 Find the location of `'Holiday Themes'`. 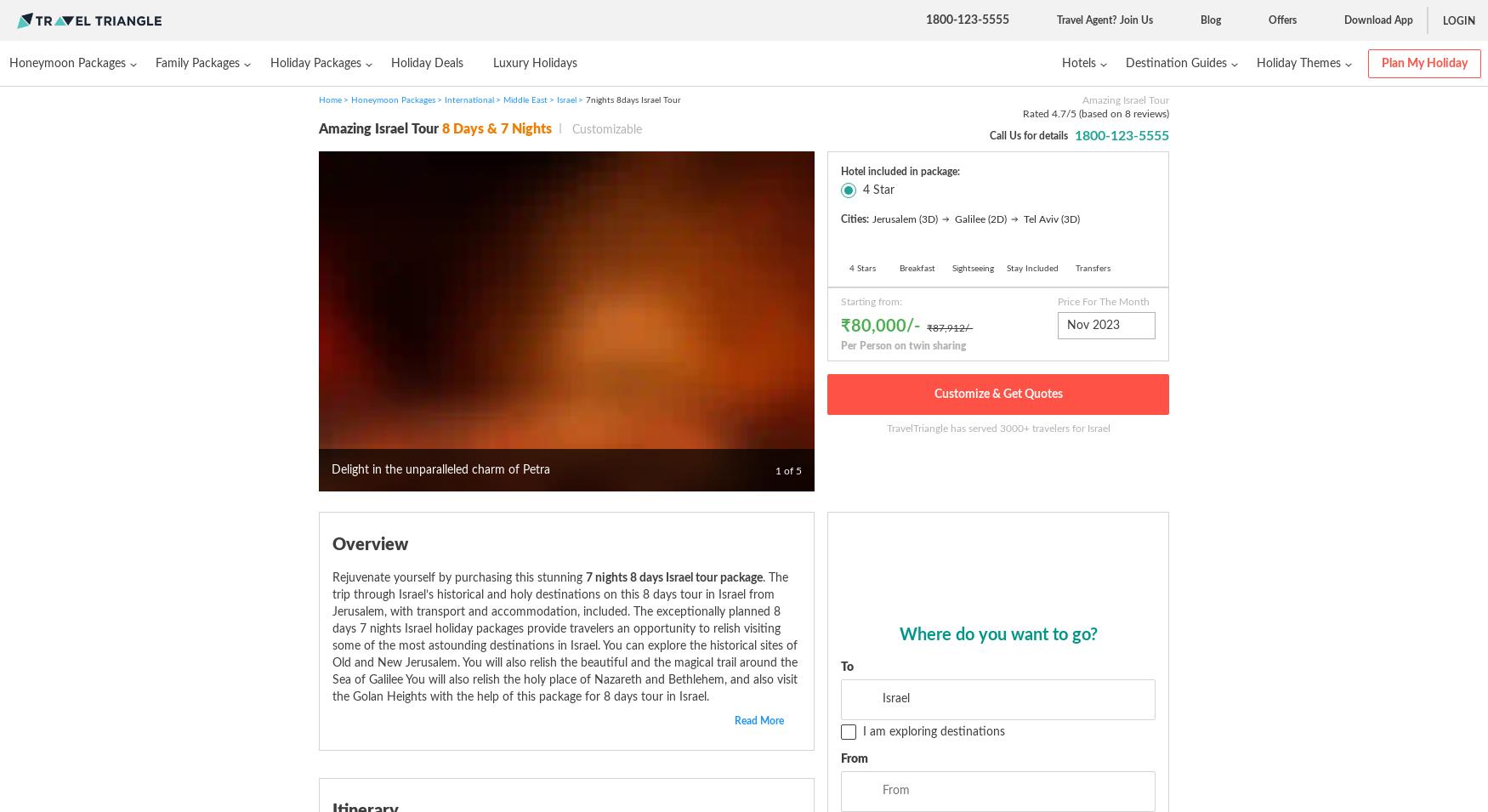

'Holiday Themes' is located at coordinates (1298, 62).